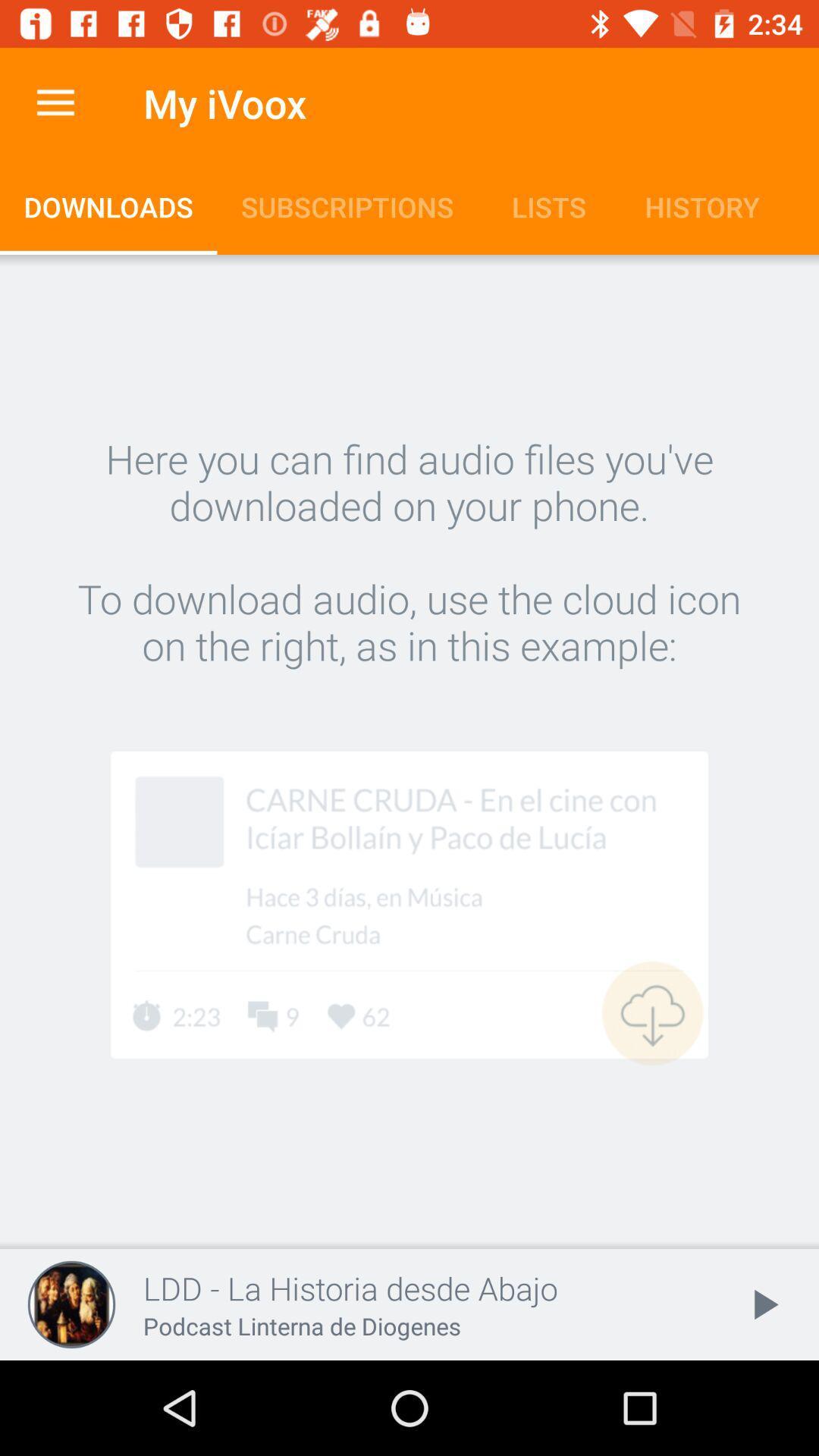  I want to click on the item above the downloads item, so click(55, 102).